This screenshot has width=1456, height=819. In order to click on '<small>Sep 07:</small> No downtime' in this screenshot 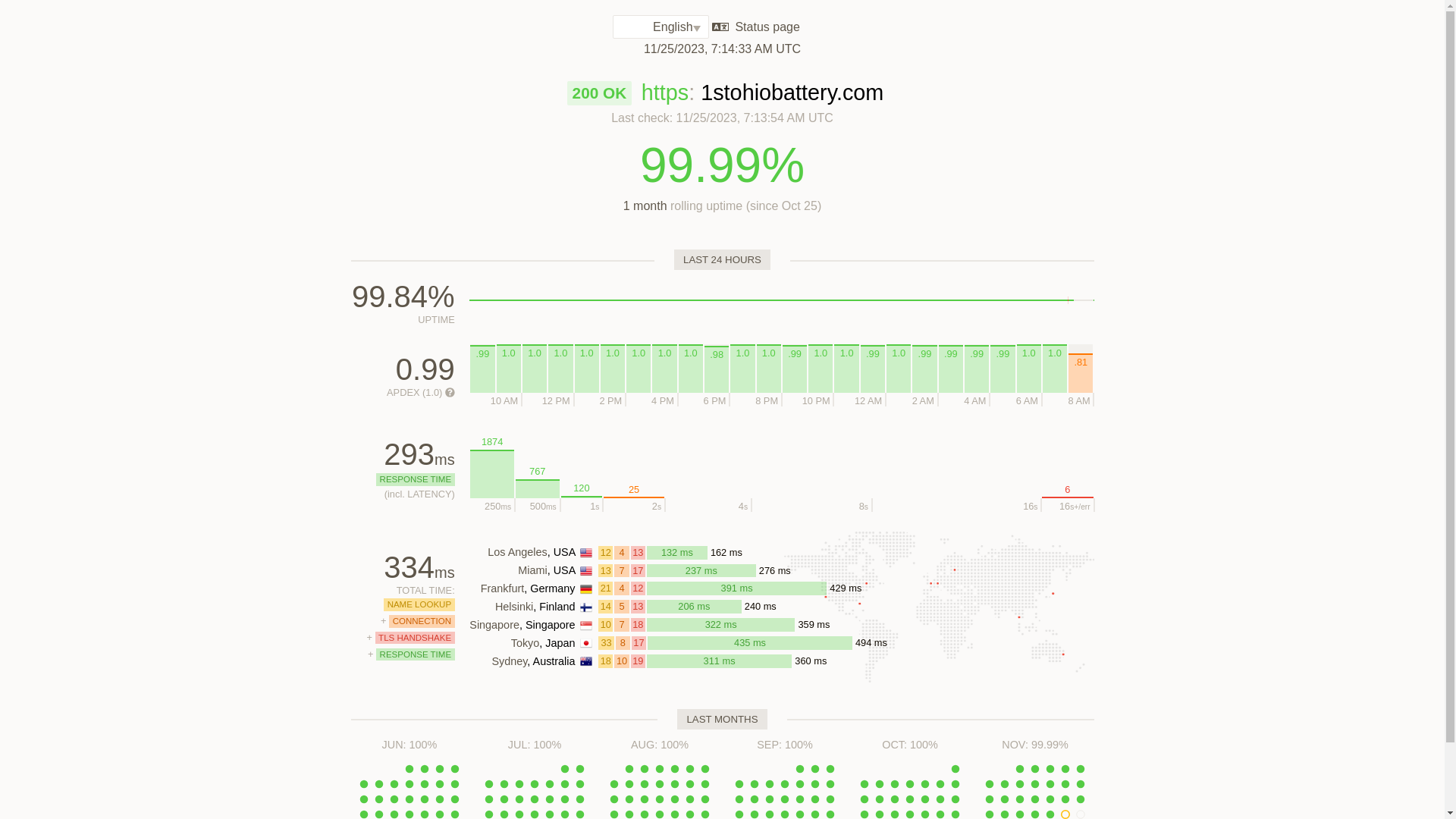, I will do `click(785, 783)`.